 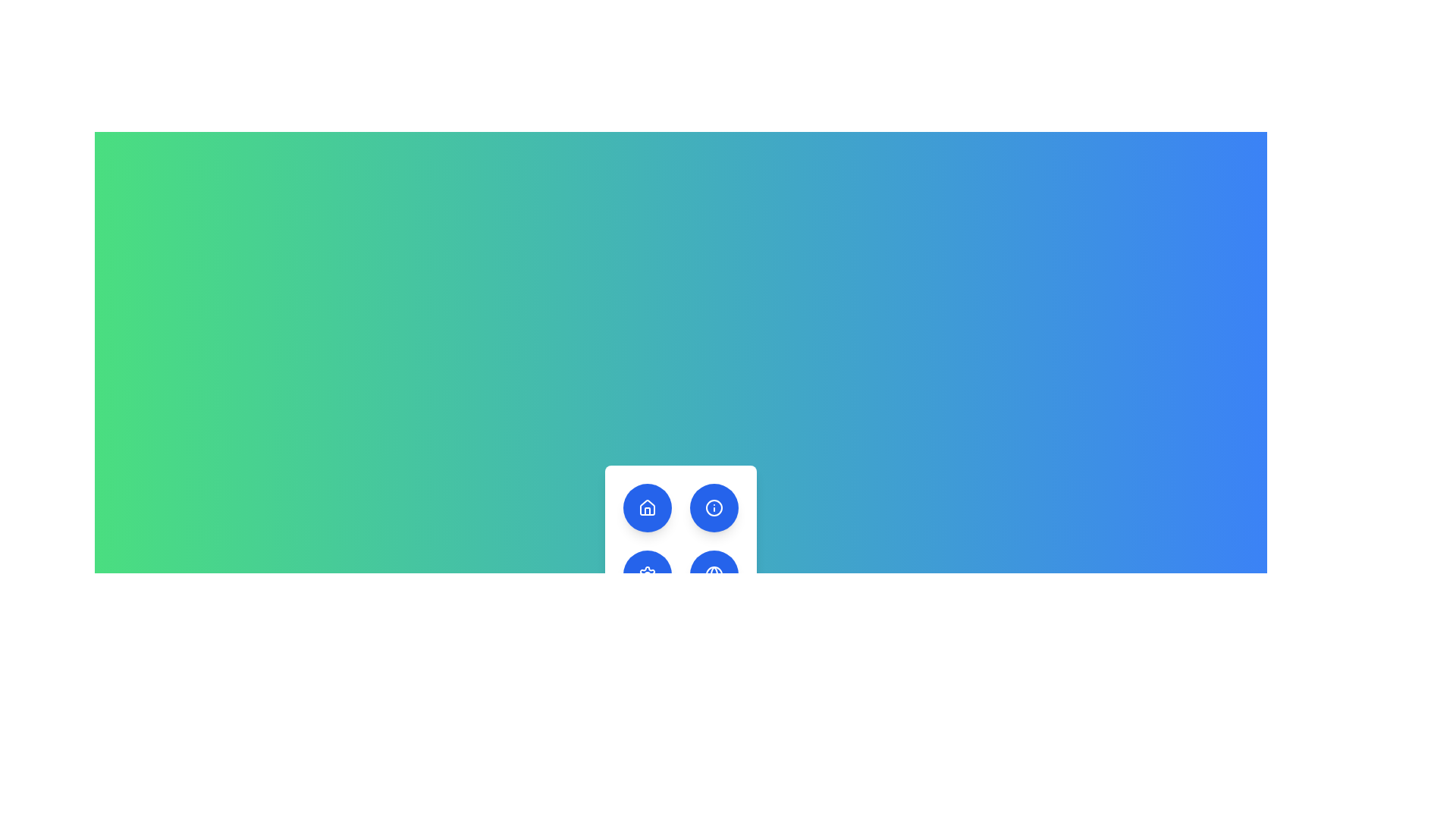 I want to click on the circular blue settings button with a gear-like symbol at its center, so click(x=648, y=575).